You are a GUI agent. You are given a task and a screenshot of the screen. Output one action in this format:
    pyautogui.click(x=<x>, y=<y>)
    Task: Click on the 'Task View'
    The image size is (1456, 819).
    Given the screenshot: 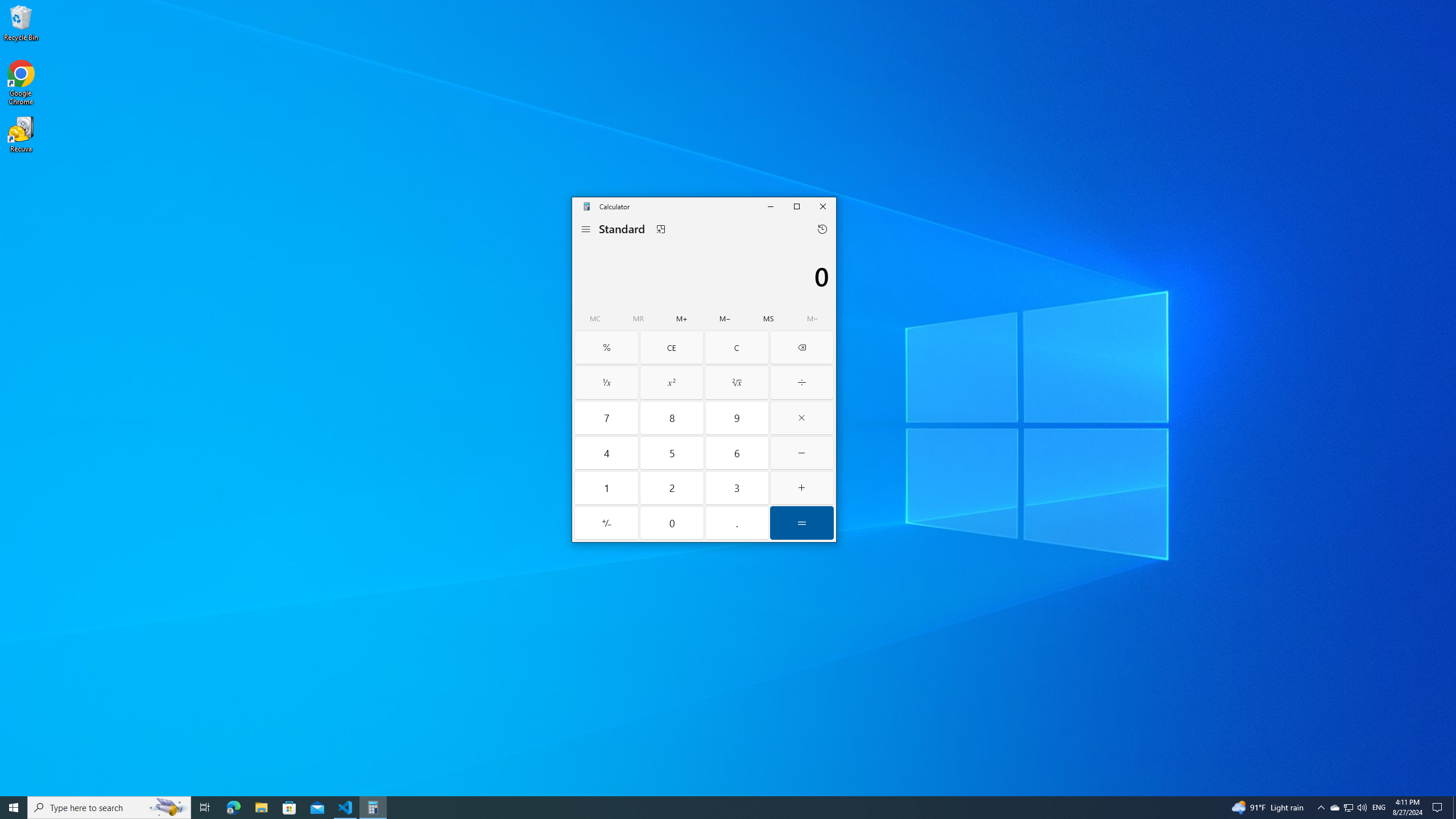 What is the action you would take?
    pyautogui.click(x=204, y=806)
    